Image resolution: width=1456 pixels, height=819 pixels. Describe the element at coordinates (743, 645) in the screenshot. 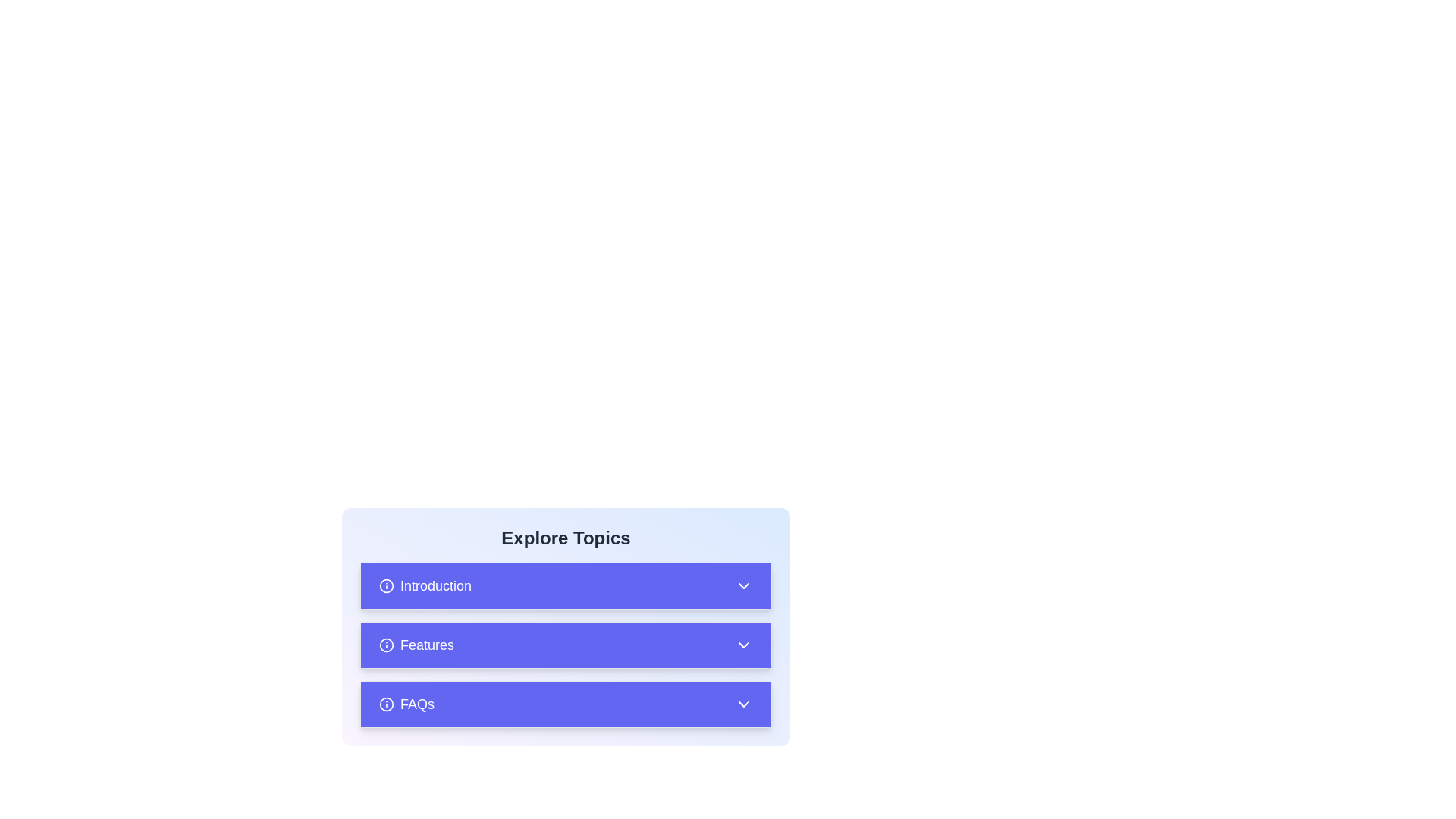

I see `the downward-facing chevron icon in the 'Features' section` at that location.